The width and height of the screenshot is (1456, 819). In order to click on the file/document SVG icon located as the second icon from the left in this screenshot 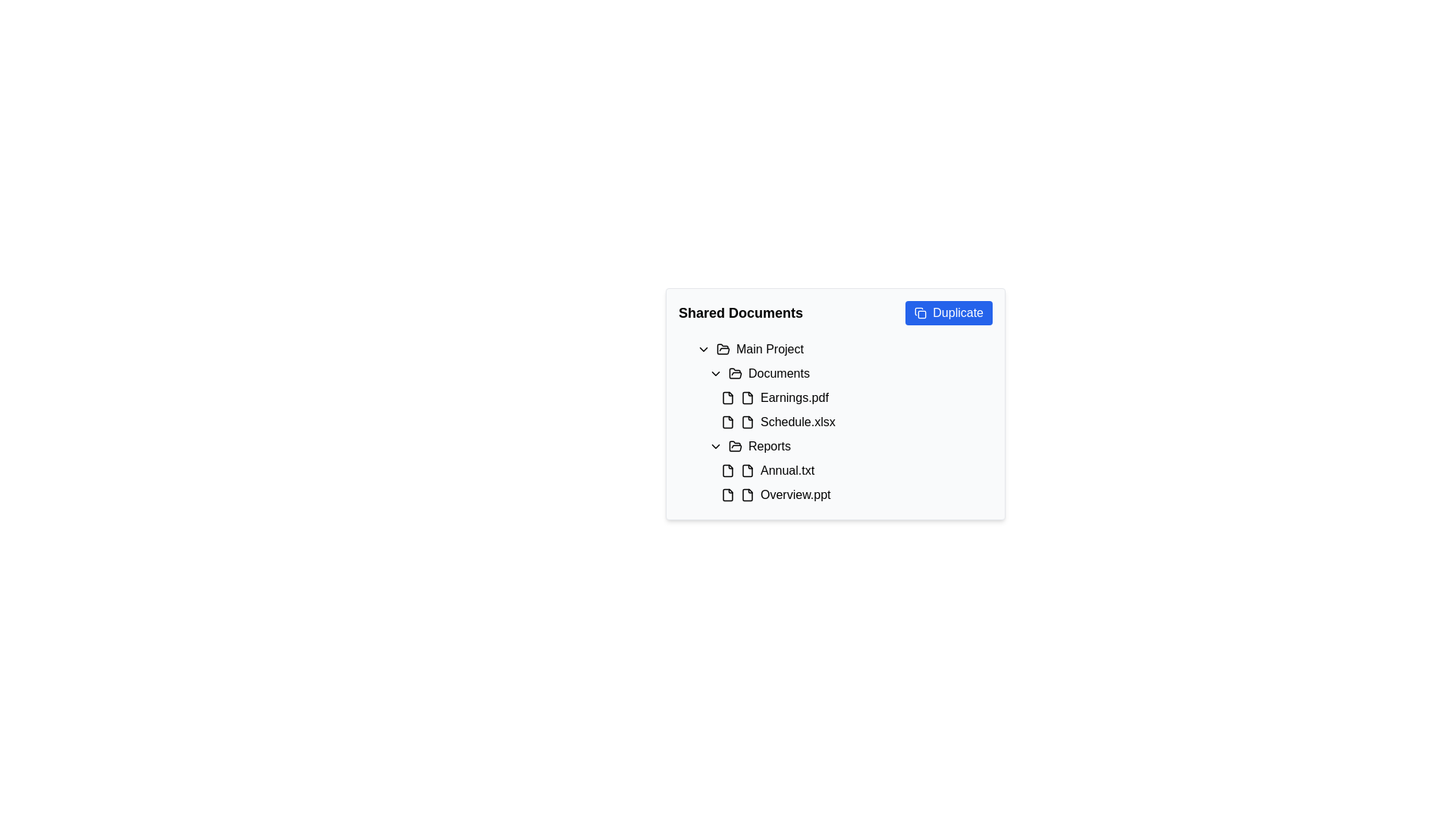, I will do `click(747, 422)`.